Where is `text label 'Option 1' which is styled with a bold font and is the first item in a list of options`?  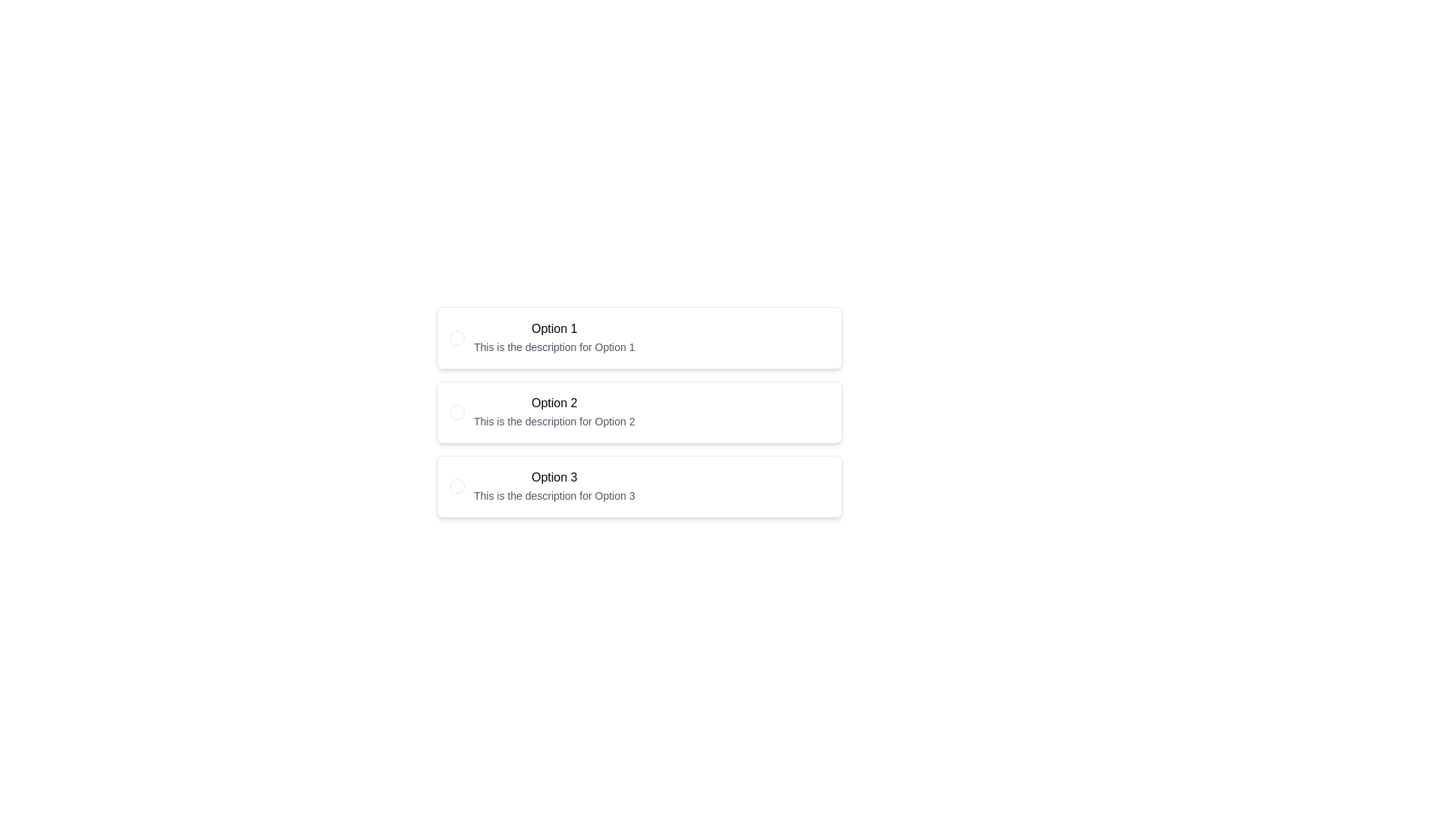 text label 'Option 1' which is styled with a bold font and is the first item in a list of options is located at coordinates (554, 328).